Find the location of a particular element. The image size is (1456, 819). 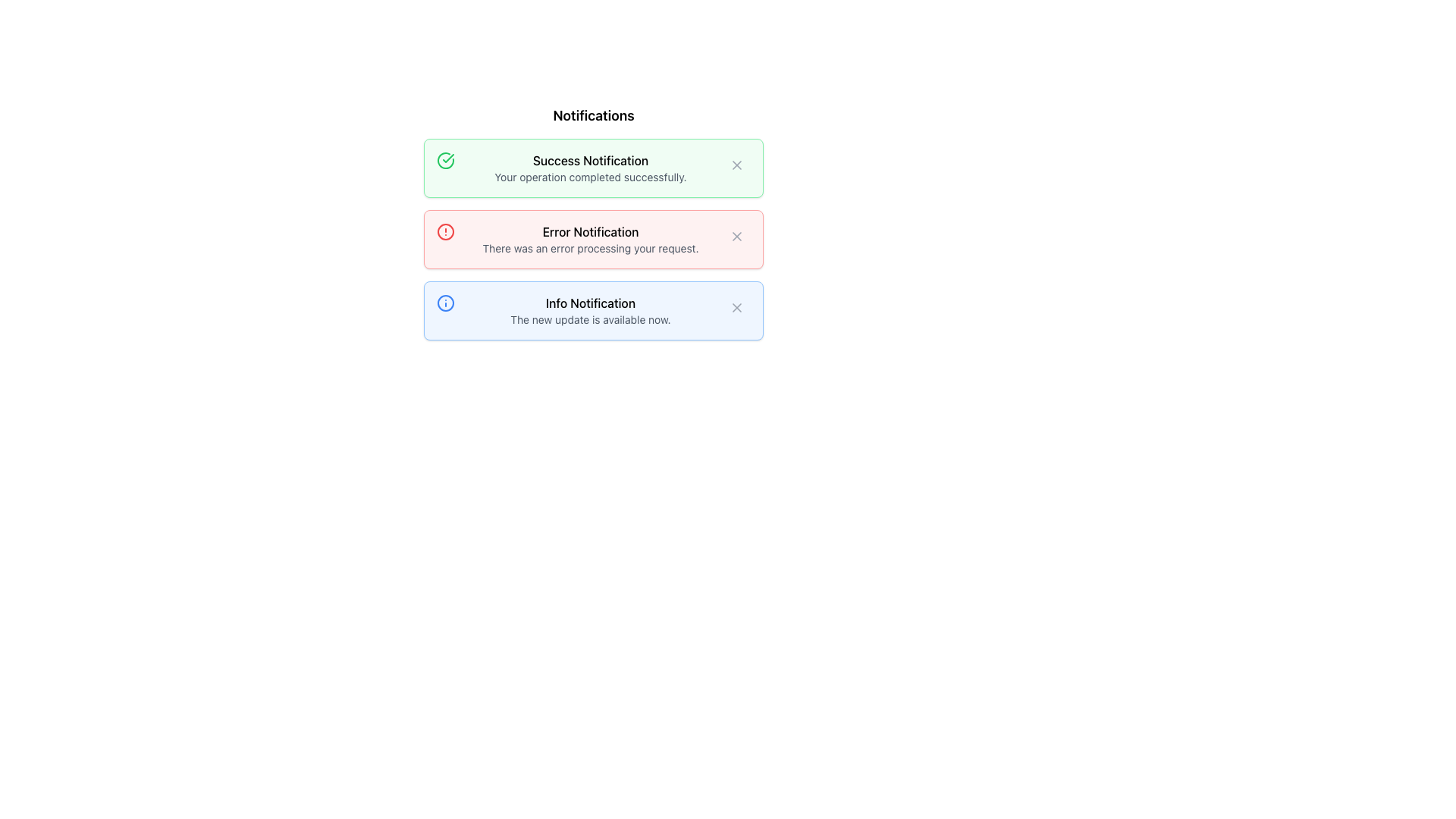

the Notification box that indicates a new update is available, positioned as the third notification in the stack below the Success and Error Notifications is located at coordinates (592, 309).